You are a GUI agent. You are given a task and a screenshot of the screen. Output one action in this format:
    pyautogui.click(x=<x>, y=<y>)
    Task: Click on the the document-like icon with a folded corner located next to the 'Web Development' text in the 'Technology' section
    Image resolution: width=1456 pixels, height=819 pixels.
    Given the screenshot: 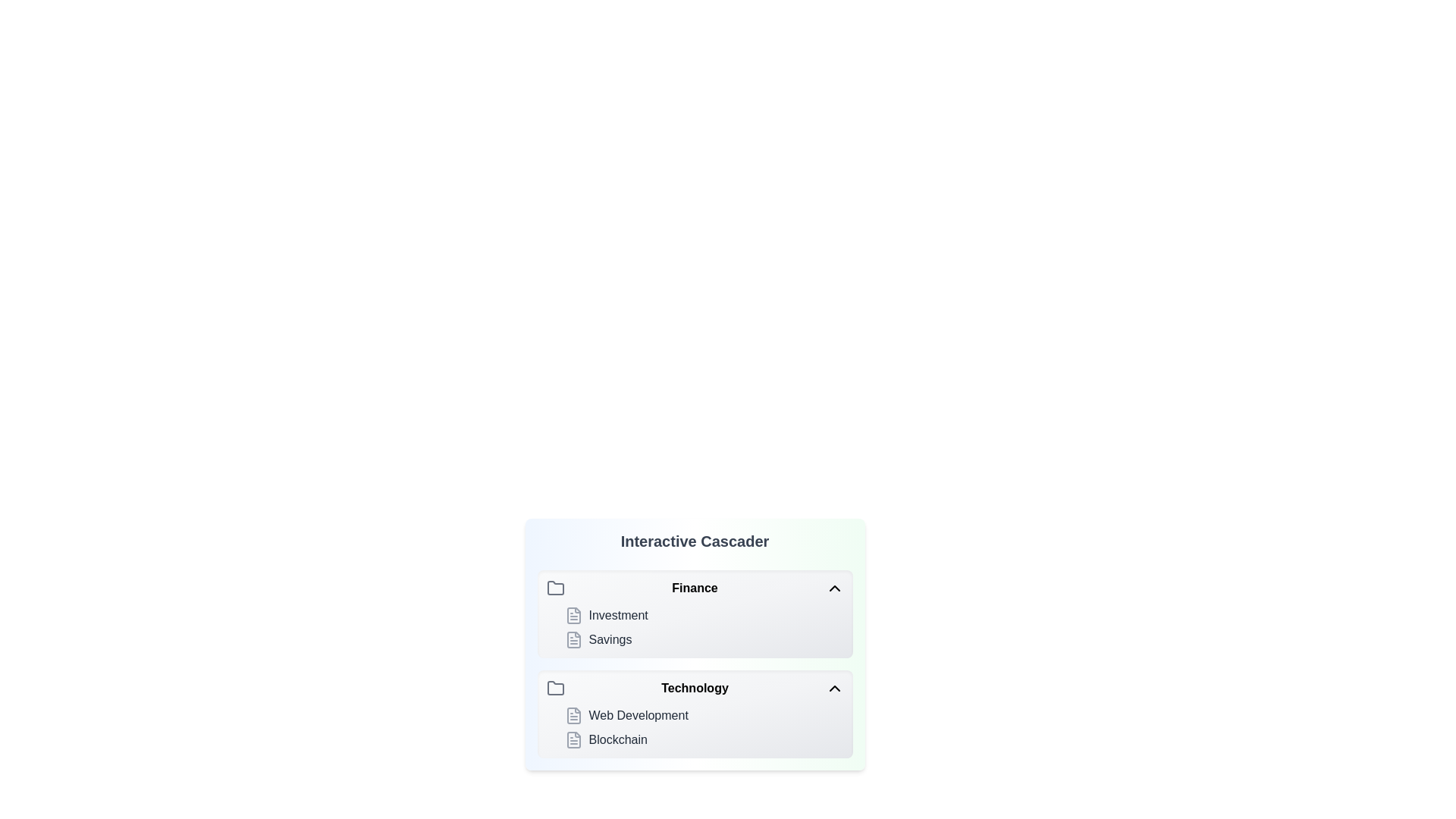 What is the action you would take?
    pyautogui.click(x=573, y=716)
    